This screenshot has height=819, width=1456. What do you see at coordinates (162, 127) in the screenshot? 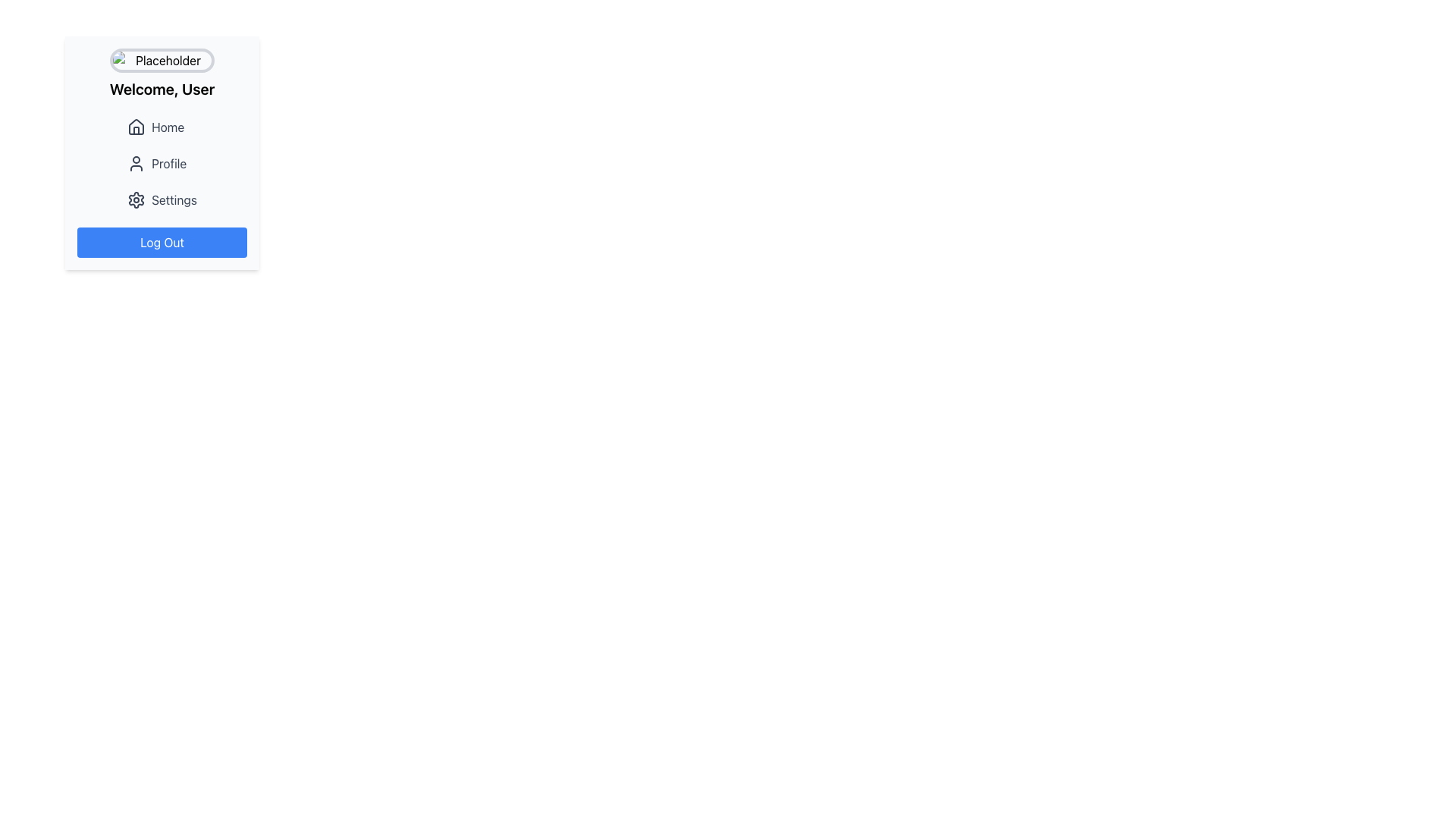
I see `the 'Home' button, which is the first item in the vertical menu list` at bounding box center [162, 127].